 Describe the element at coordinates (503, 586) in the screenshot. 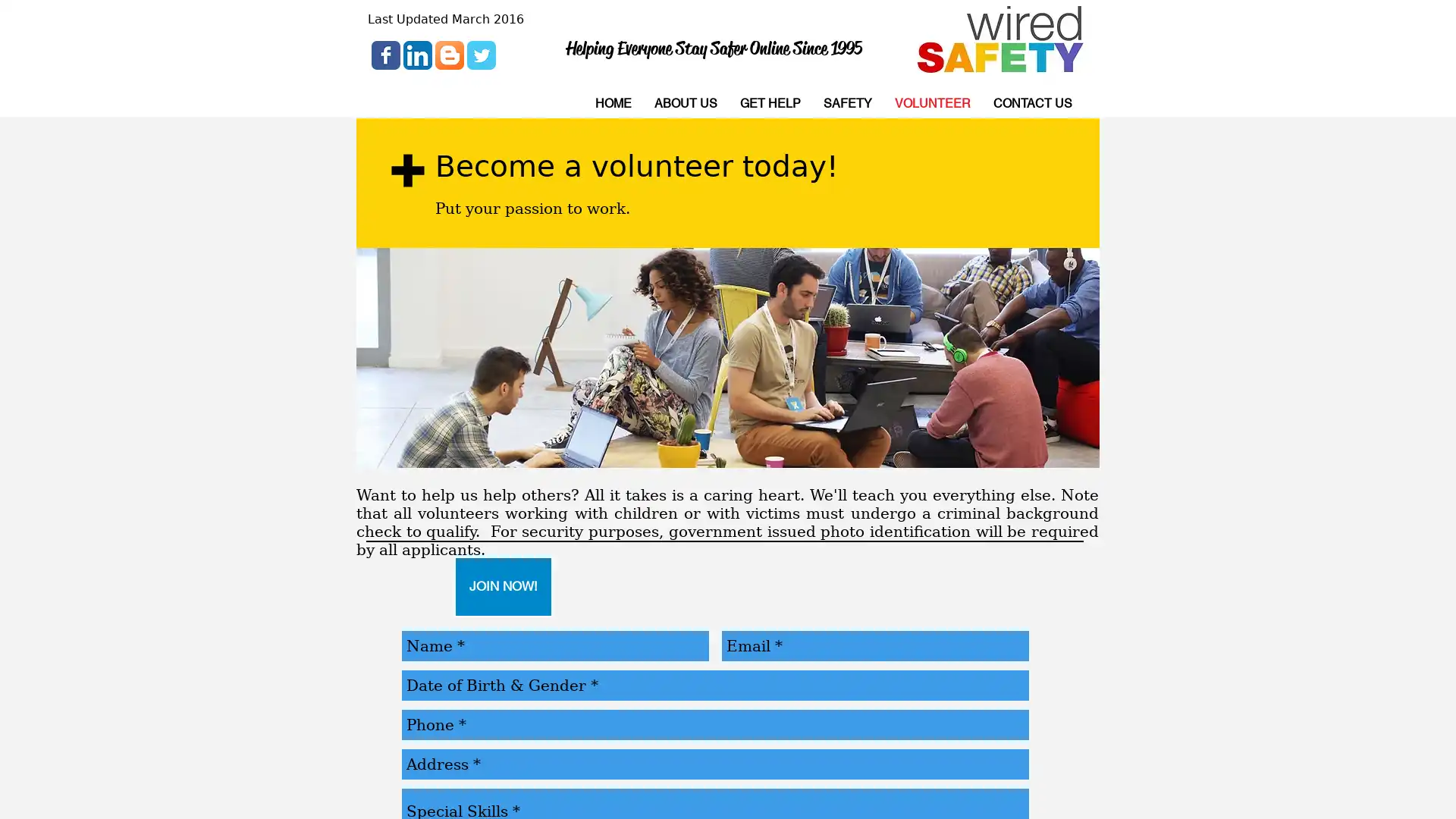

I see `JOIN NOW!` at that location.